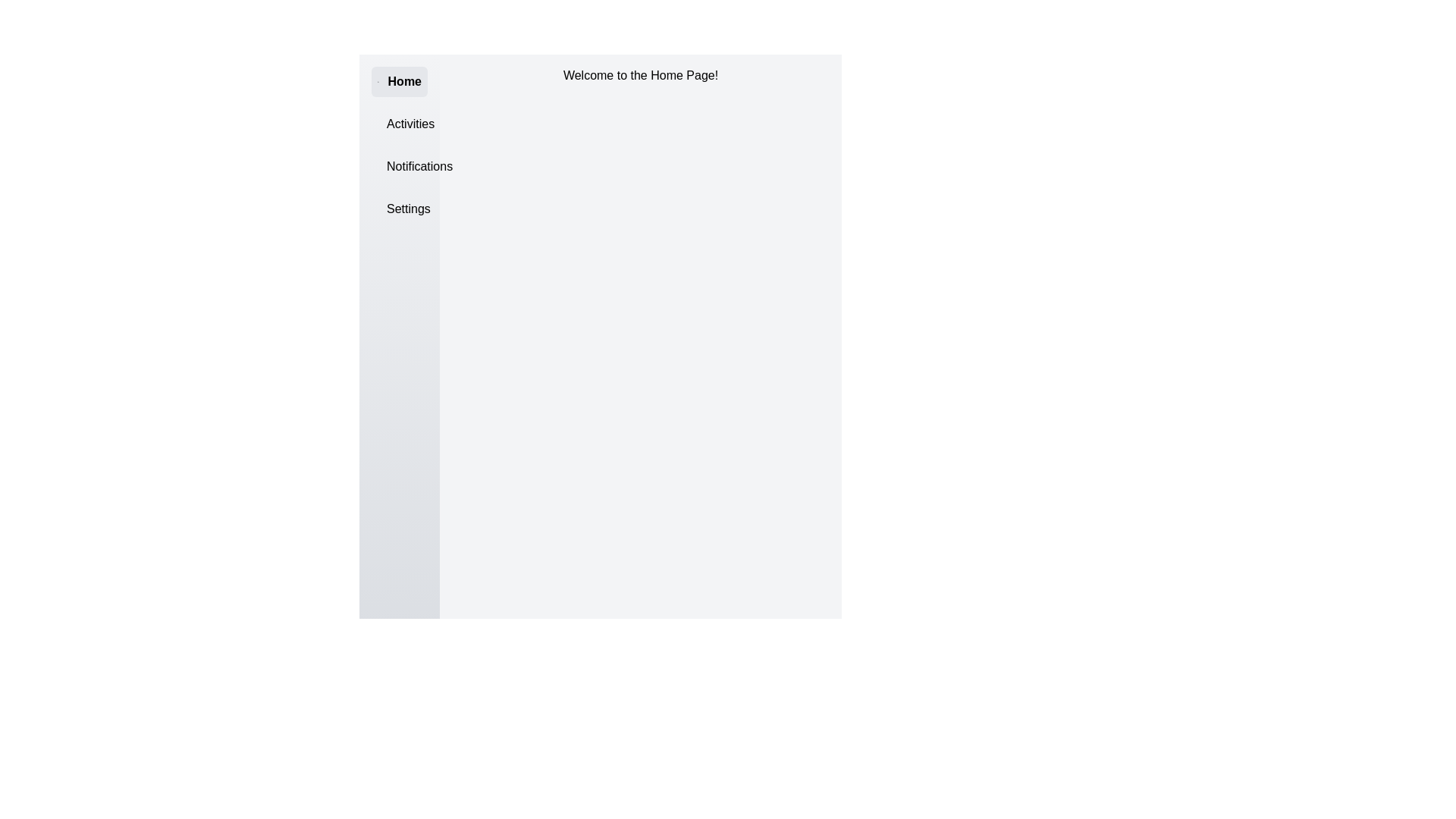 Image resolution: width=1456 pixels, height=819 pixels. What do you see at coordinates (400, 166) in the screenshot?
I see `the third menu item in the vertical menu on the left-hand side` at bounding box center [400, 166].